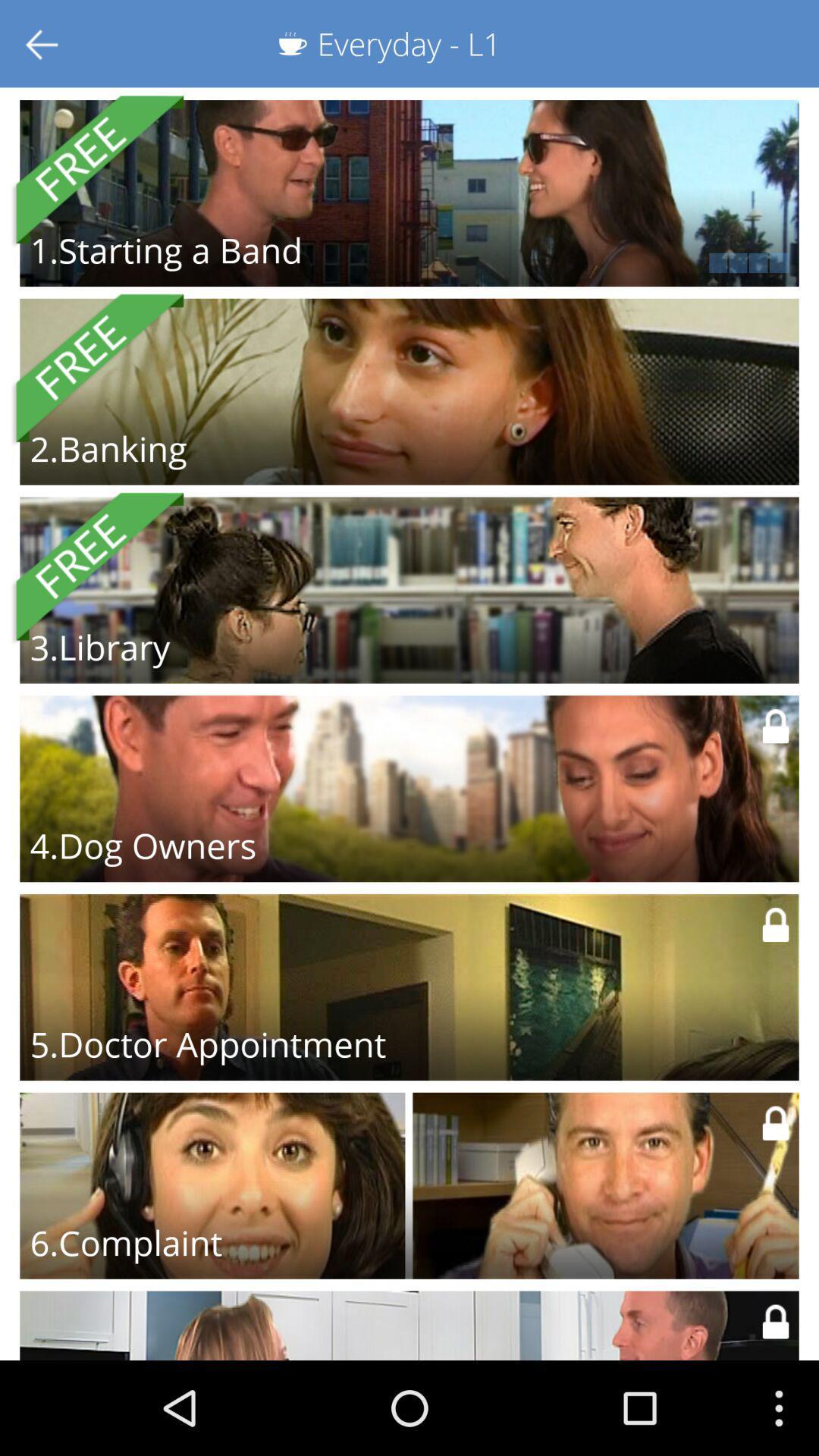 This screenshot has width=819, height=1456. Describe the element at coordinates (607, 262) in the screenshot. I see `item to the right of the 1 starting a` at that location.